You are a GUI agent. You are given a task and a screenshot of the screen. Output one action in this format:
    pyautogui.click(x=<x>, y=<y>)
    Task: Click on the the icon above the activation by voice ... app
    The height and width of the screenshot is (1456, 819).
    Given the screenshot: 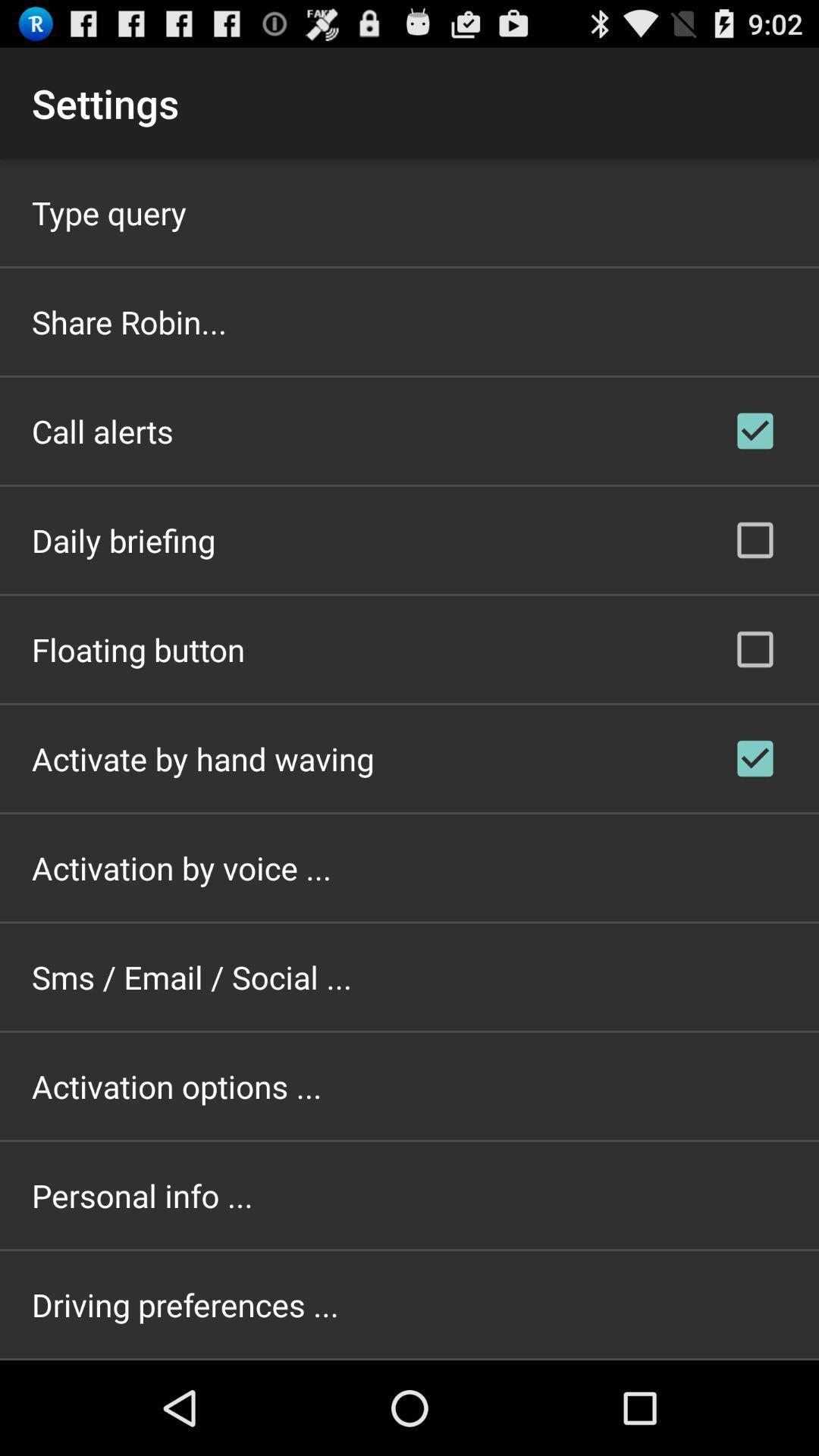 What is the action you would take?
    pyautogui.click(x=202, y=758)
    